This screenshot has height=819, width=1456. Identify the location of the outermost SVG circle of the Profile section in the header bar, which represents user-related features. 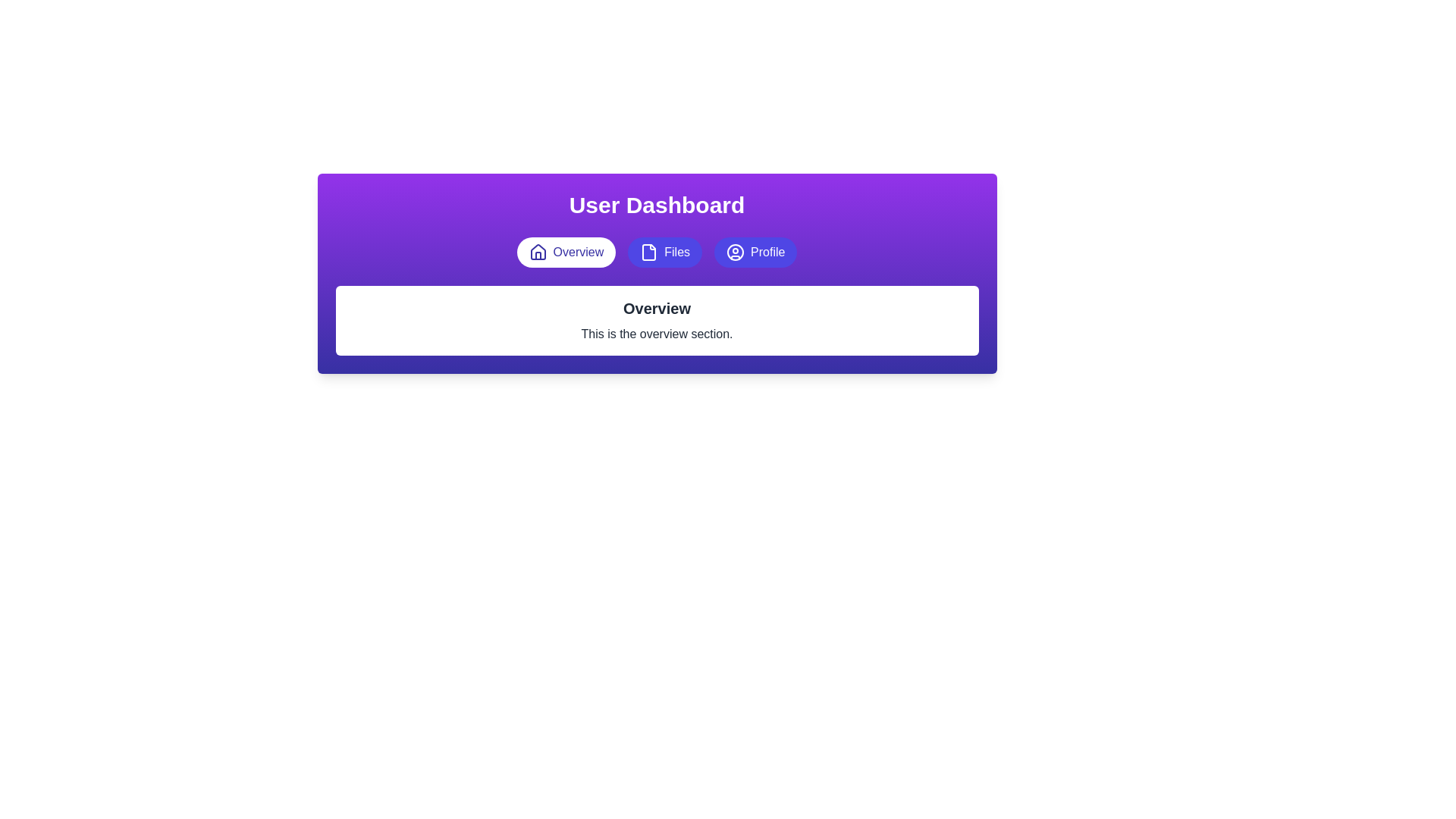
(735, 251).